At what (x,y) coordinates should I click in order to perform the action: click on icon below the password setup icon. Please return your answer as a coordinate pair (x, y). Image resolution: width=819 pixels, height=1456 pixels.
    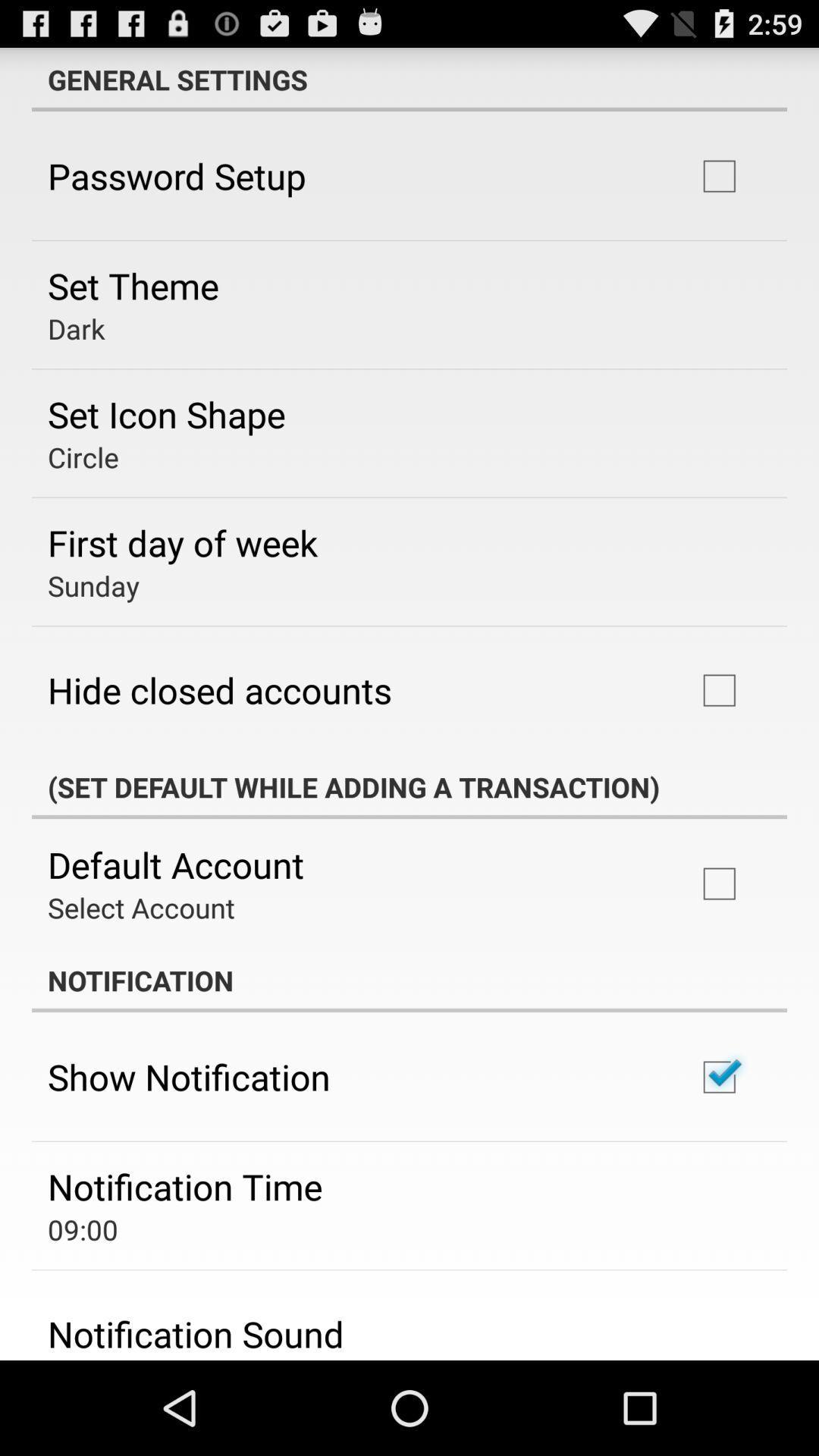
    Looking at the image, I should click on (132, 285).